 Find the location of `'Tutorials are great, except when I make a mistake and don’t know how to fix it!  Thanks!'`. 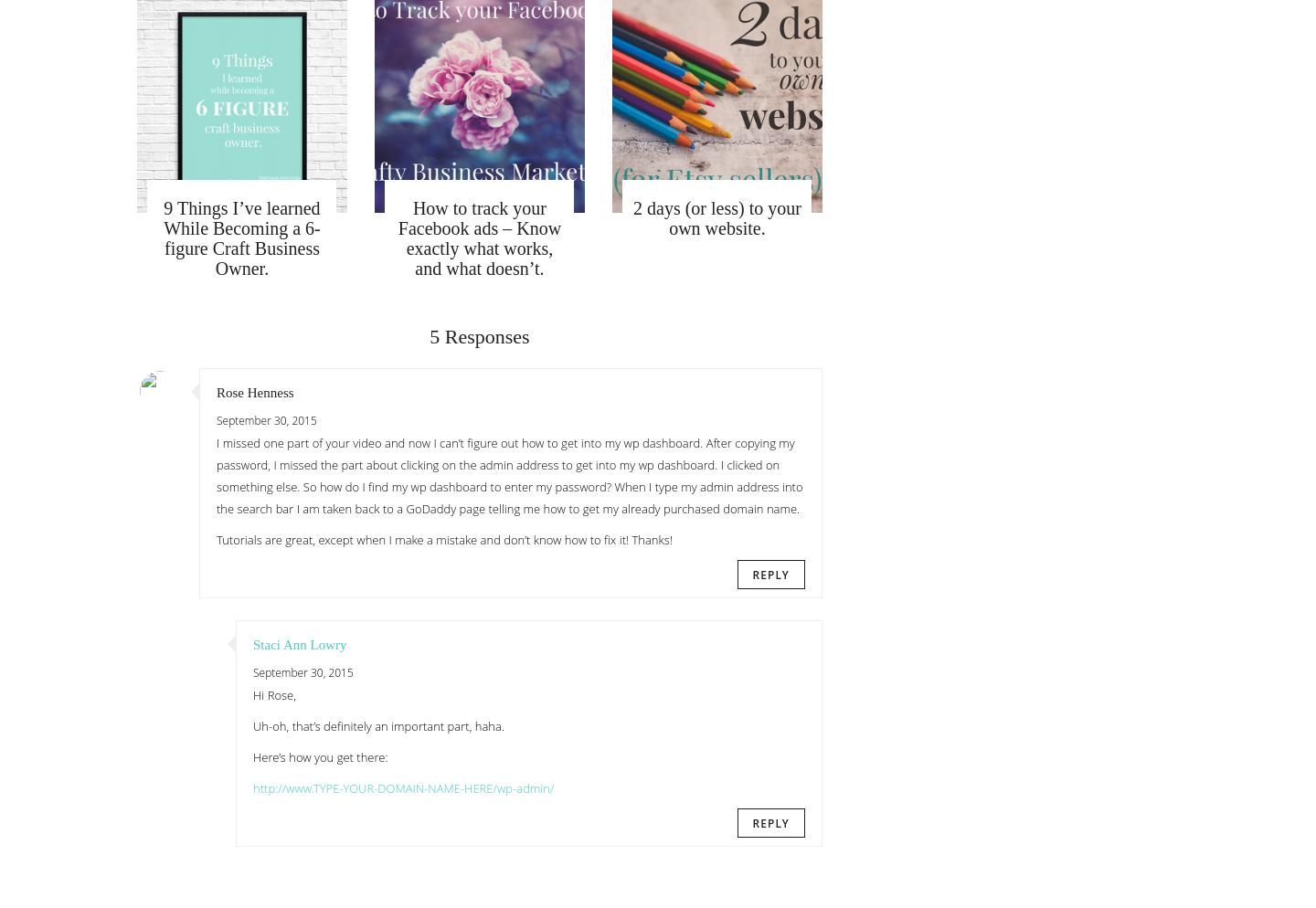

'Tutorials are great, except when I make a mistake and don’t know how to fix it!  Thanks!' is located at coordinates (443, 540).